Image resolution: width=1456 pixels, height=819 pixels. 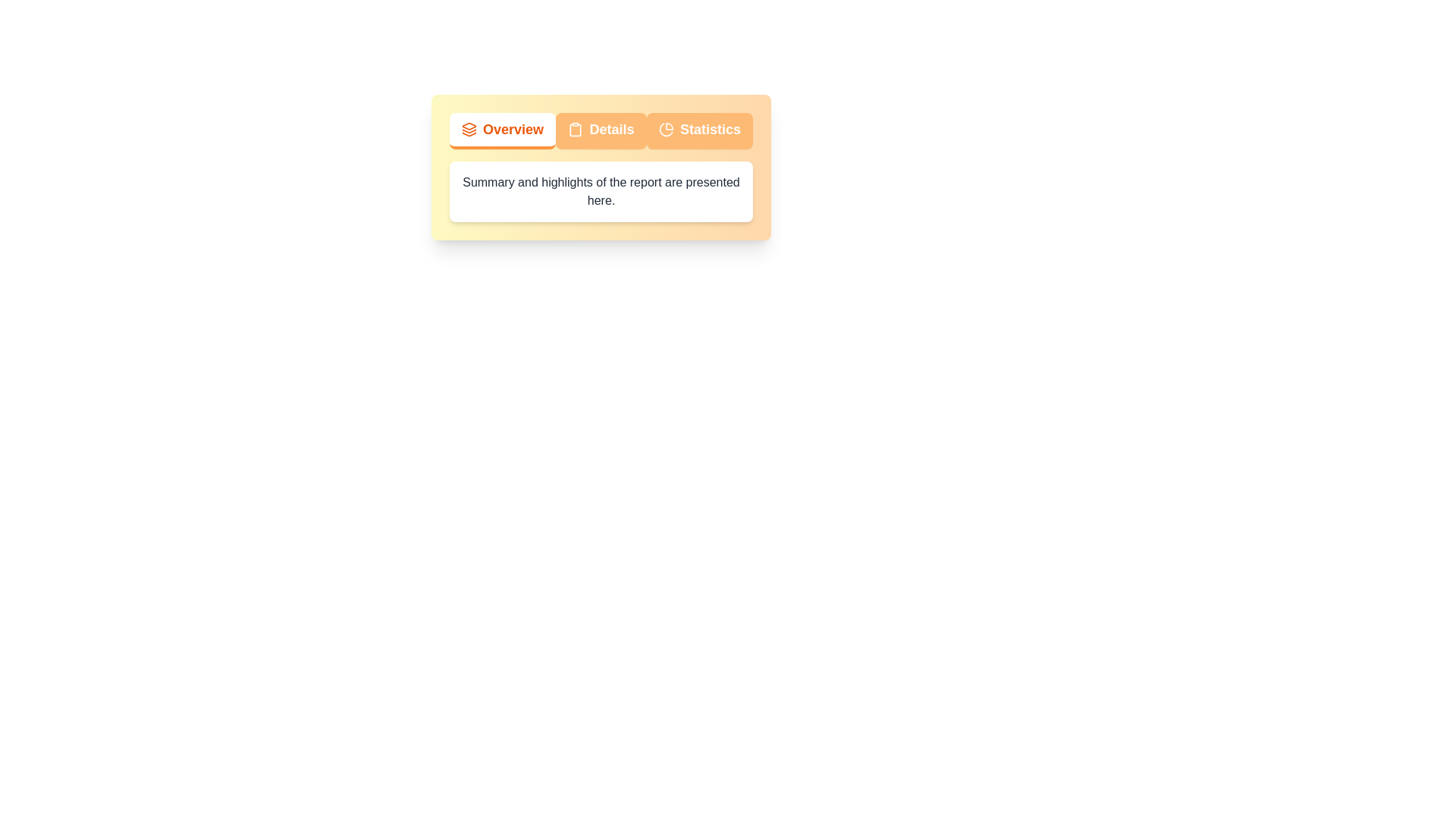 I want to click on the first tab labeled 'Overview' in the tabbed navigation interface, so click(x=513, y=128).